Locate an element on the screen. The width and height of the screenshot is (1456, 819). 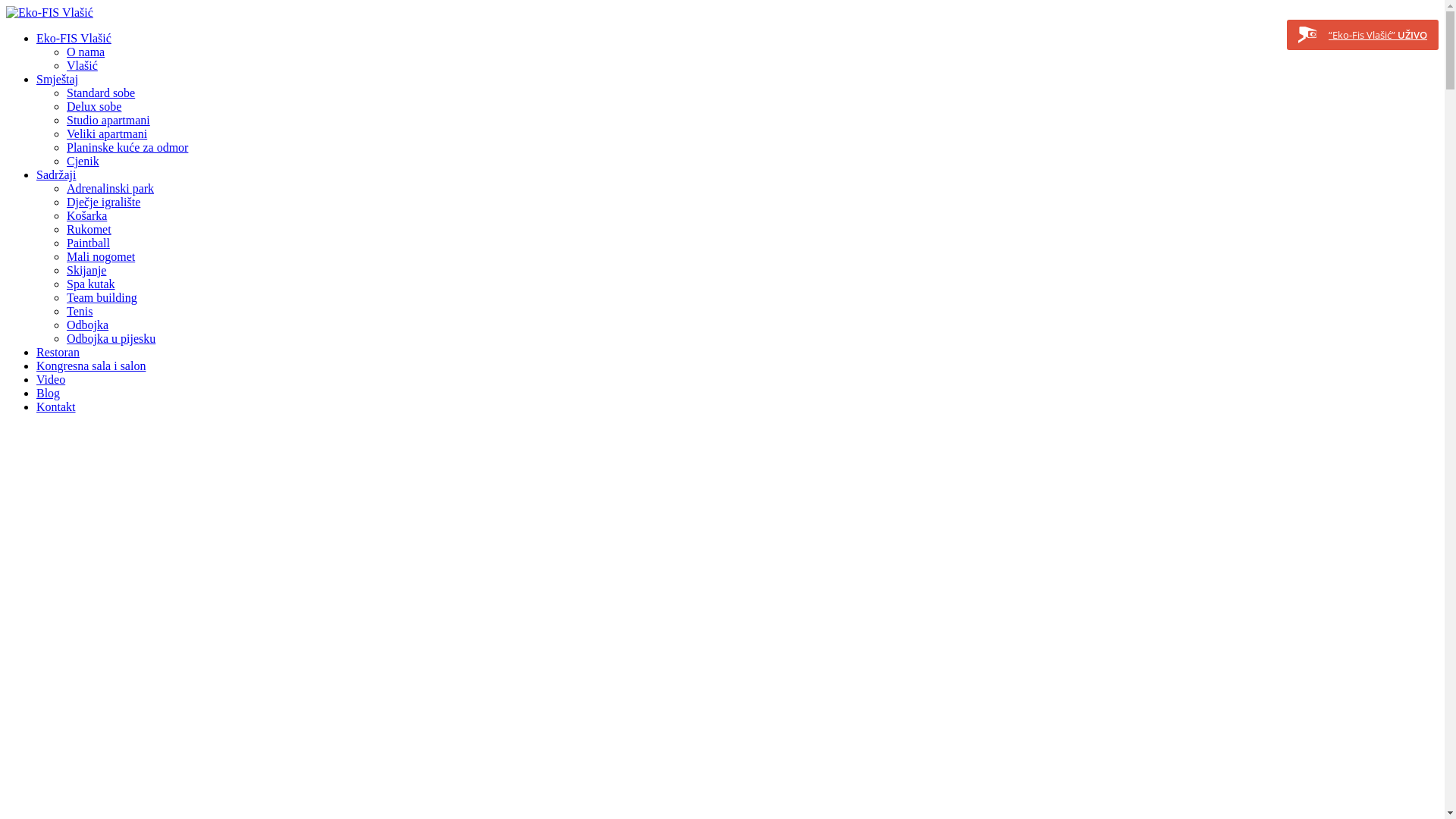
'Paintball' is located at coordinates (87, 242).